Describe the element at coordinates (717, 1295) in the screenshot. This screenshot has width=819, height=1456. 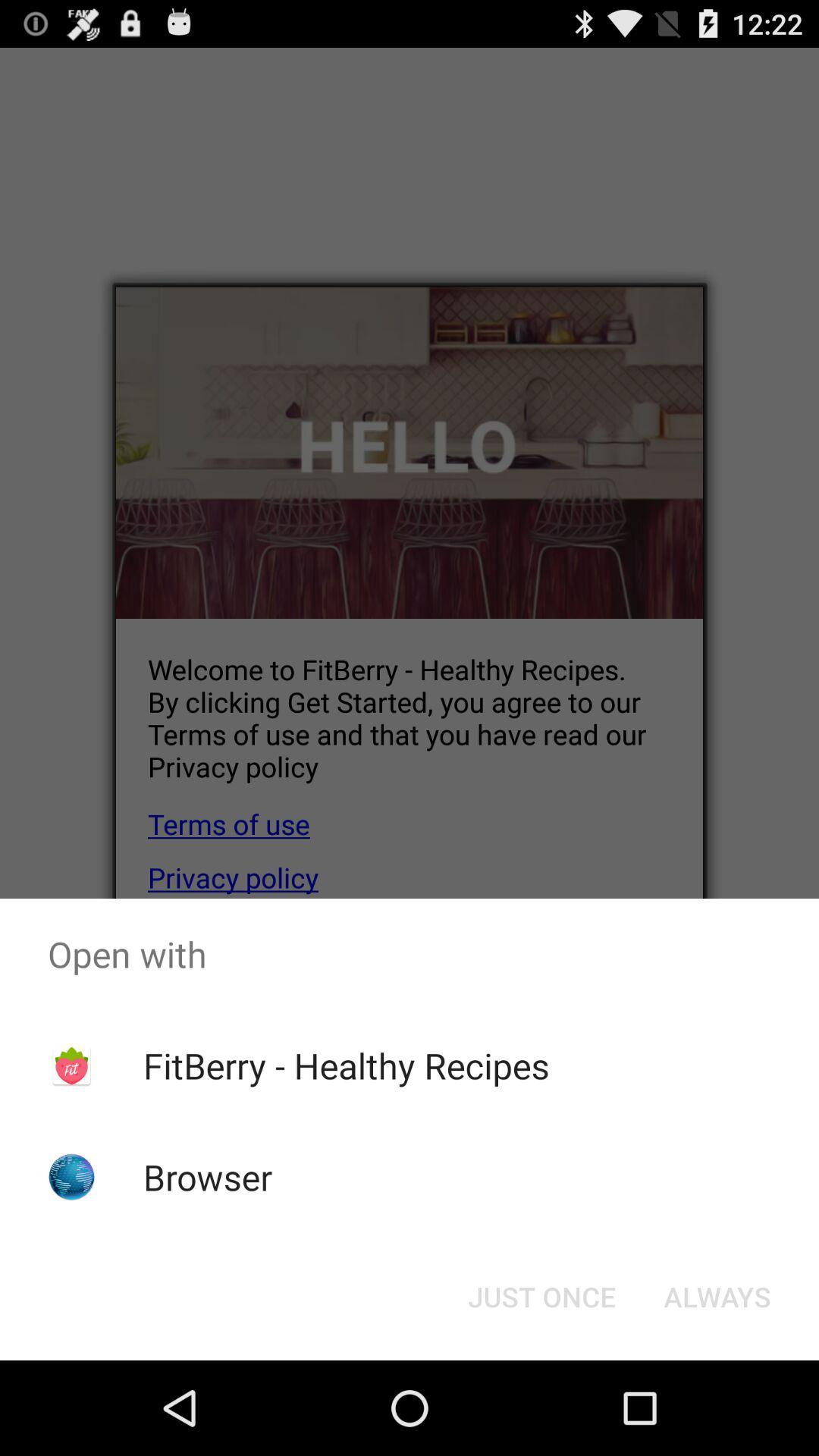
I see `the item at the bottom right corner` at that location.